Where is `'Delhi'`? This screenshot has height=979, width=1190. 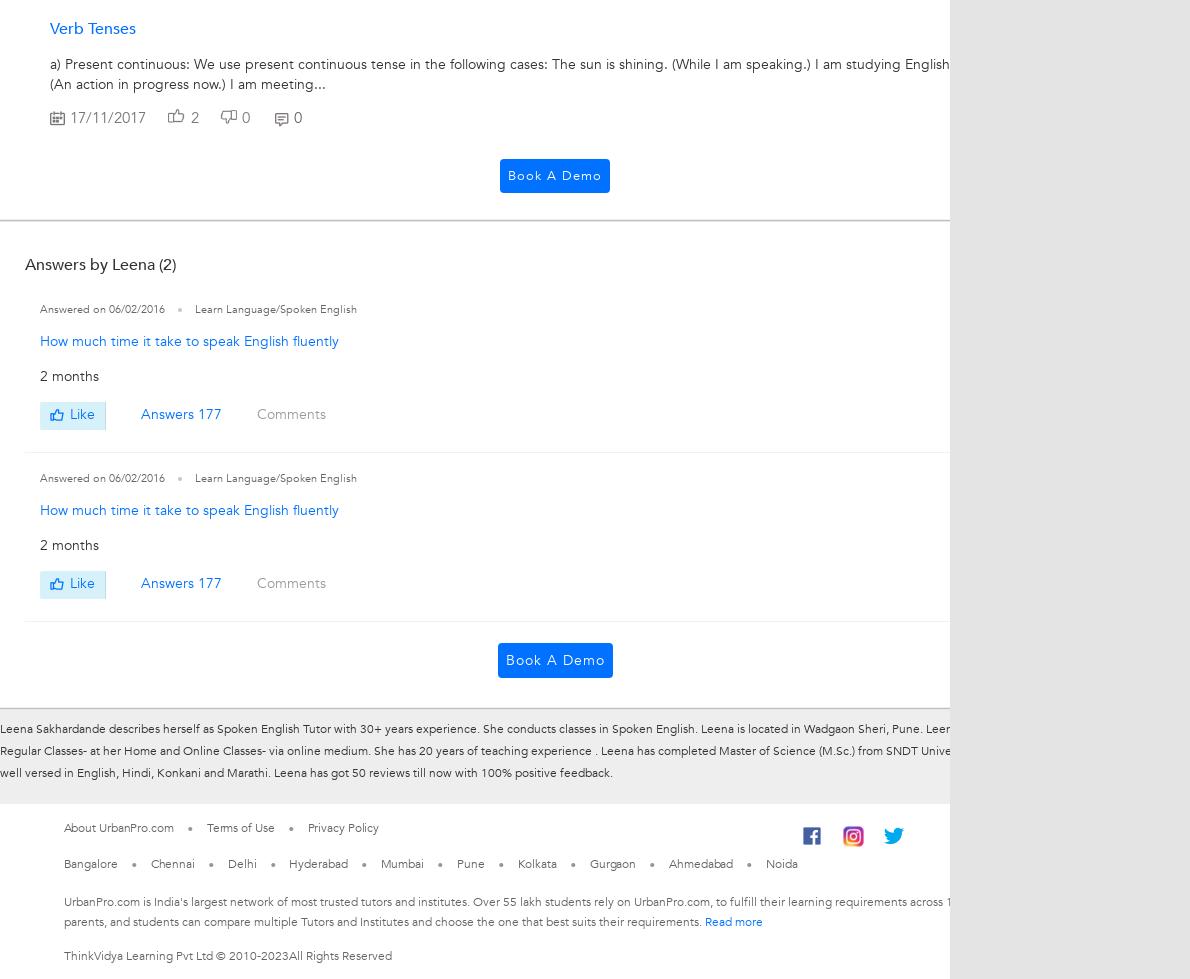 'Delhi' is located at coordinates (241, 861).